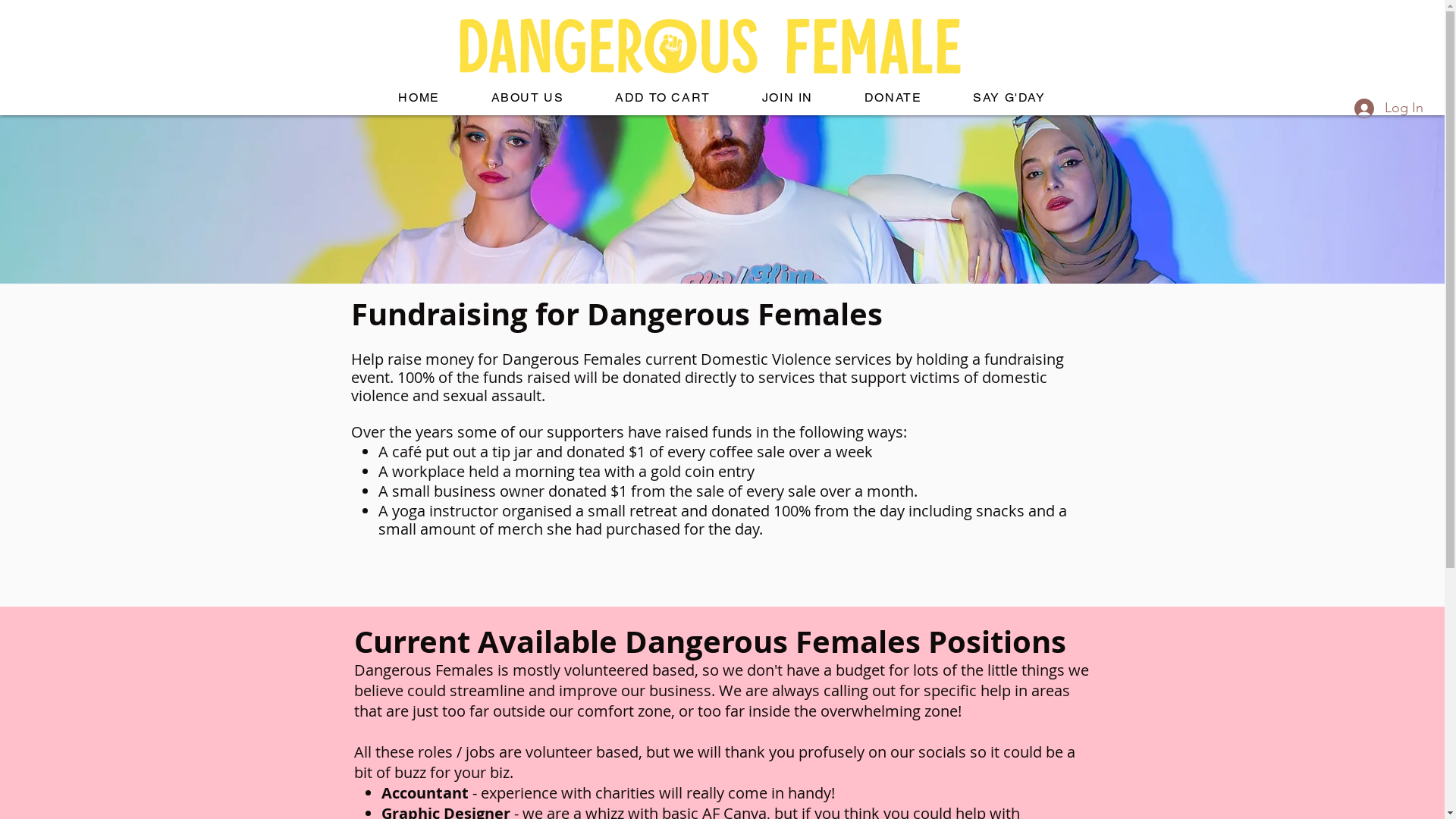 Image resolution: width=1456 pixels, height=819 pixels. Describe the element at coordinates (419, 98) in the screenshot. I see `'HOME'` at that location.